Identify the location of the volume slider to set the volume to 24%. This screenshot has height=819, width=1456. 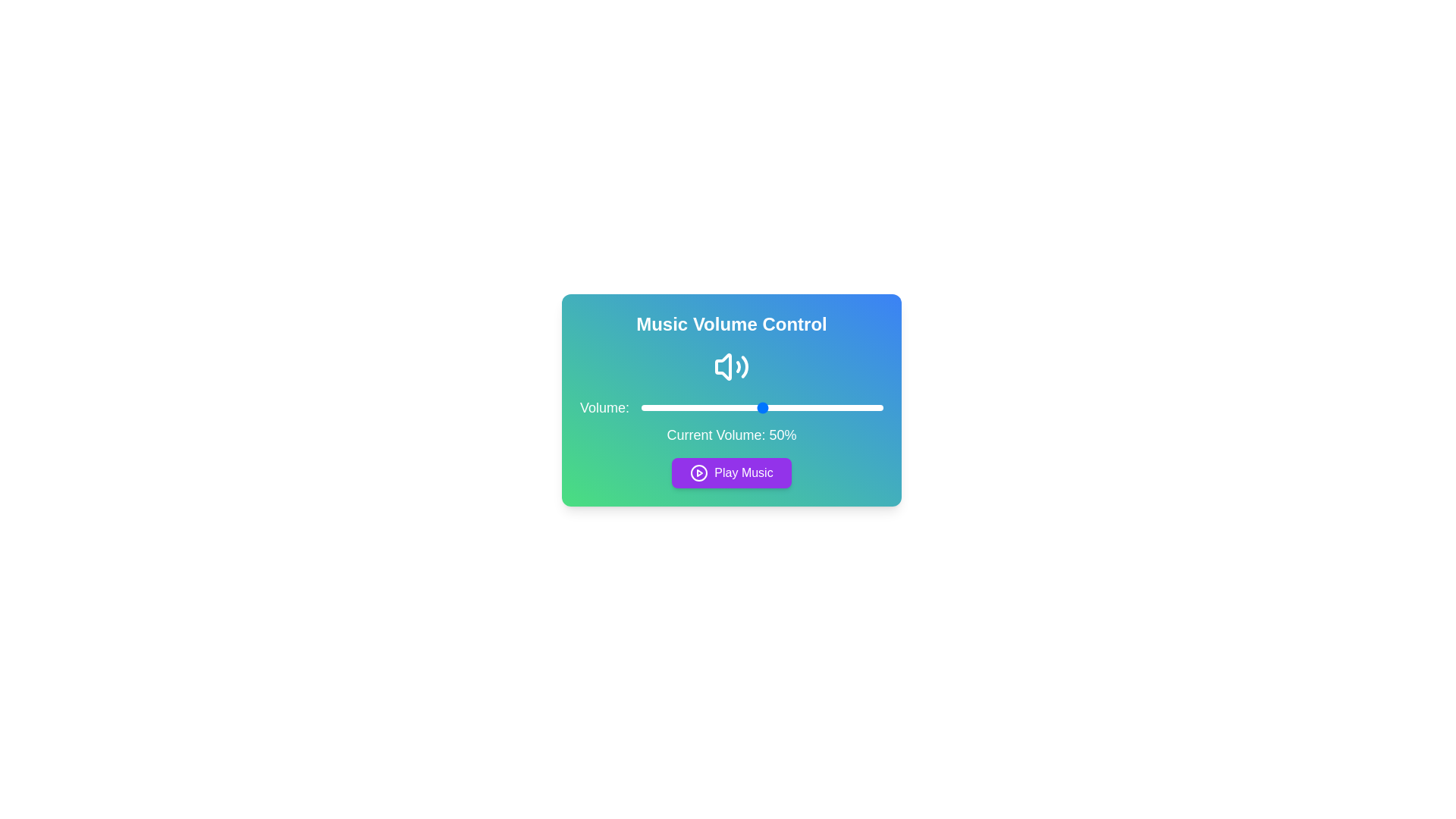
(698, 406).